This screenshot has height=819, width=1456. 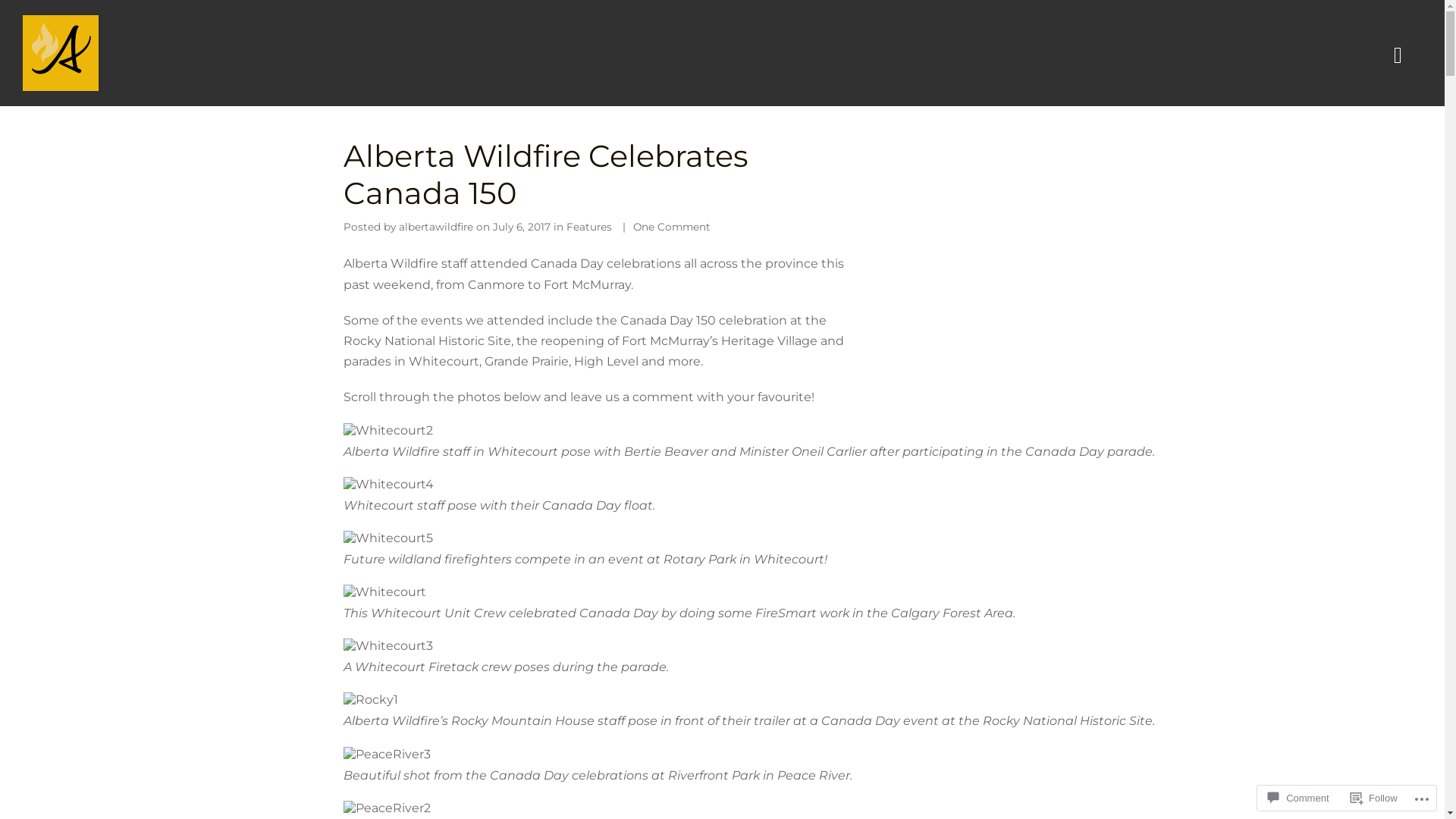 I want to click on 'Features', so click(x=588, y=227).